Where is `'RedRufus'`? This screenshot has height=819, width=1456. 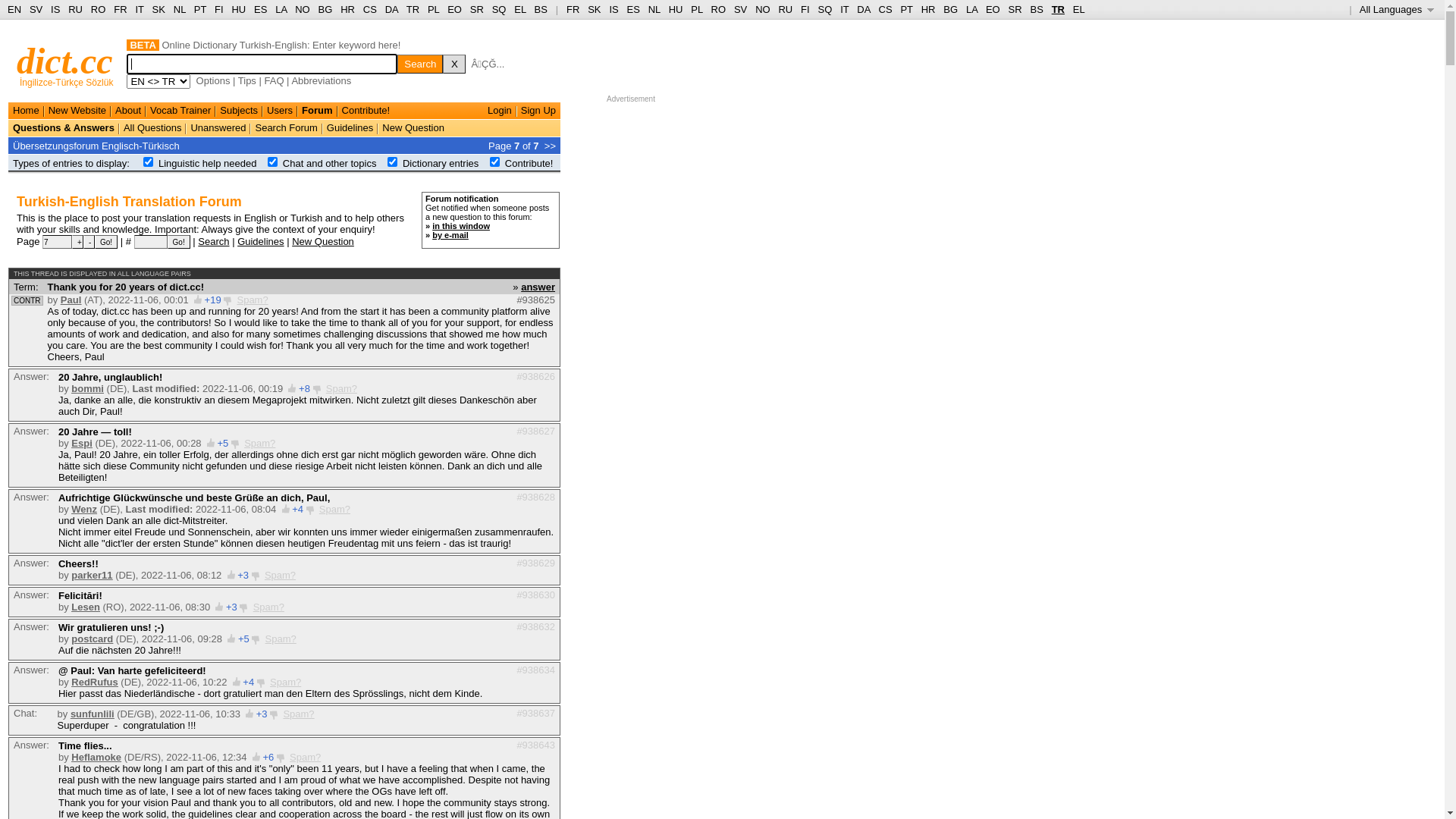
'RedRufus' is located at coordinates (93, 681).